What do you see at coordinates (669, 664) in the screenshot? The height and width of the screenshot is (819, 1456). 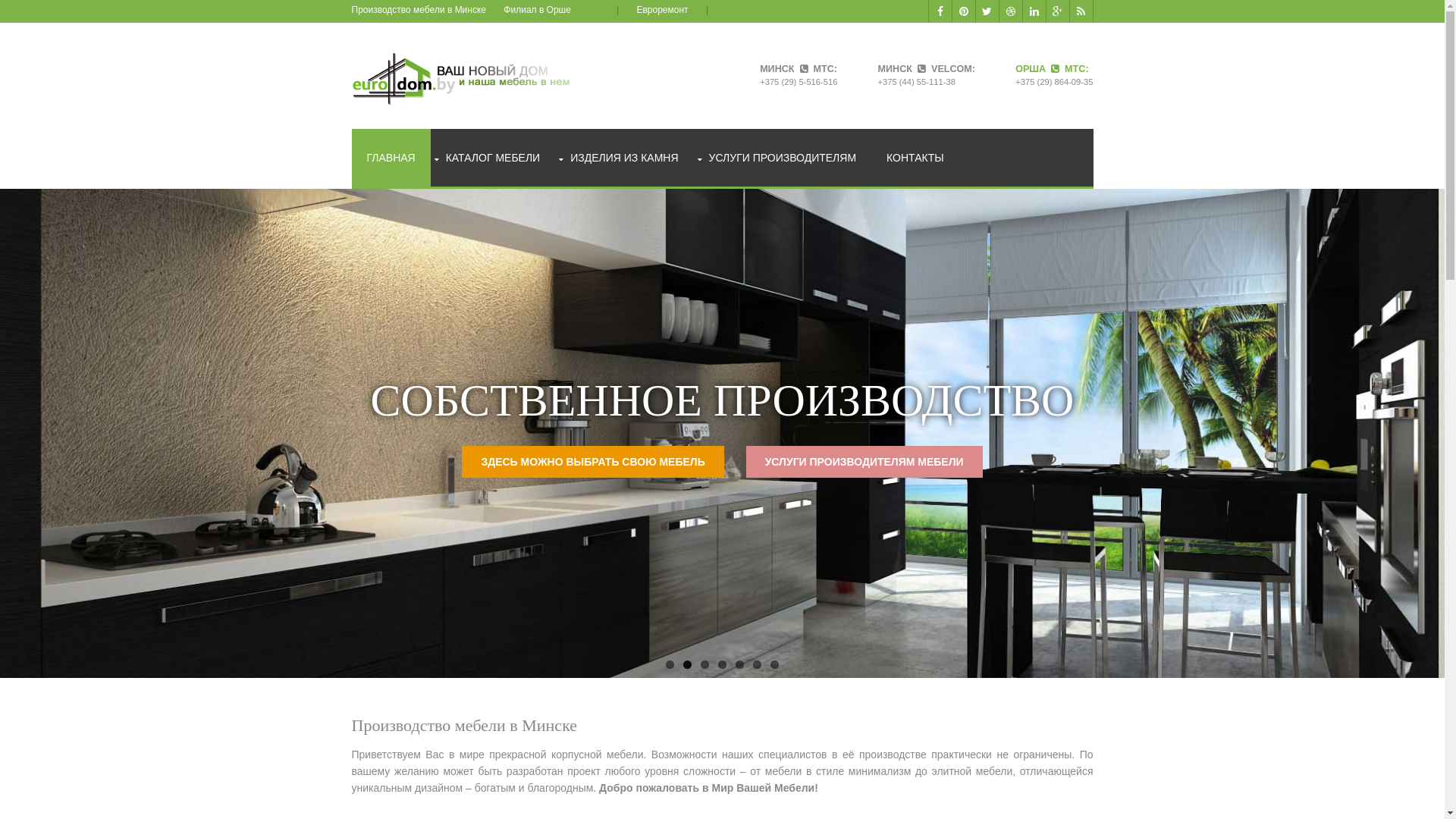 I see `'1'` at bounding box center [669, 664].